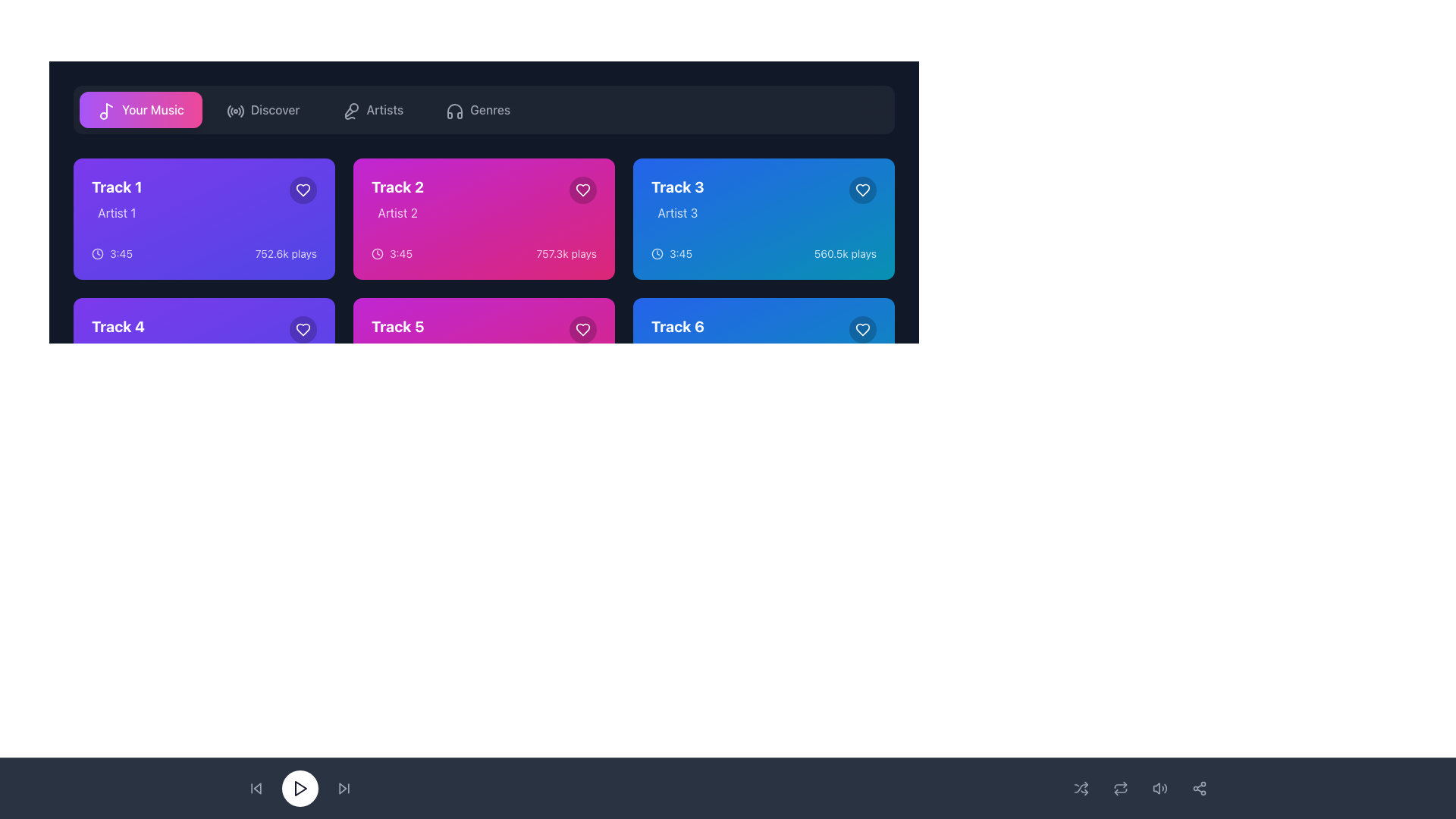 This screenshot has width=1456, height=819. I want to click on the text label displaying 'Track 6' by 'Artist 6', located in the bottom row of a grid layout inside the rightmost card, so click(676, 338).